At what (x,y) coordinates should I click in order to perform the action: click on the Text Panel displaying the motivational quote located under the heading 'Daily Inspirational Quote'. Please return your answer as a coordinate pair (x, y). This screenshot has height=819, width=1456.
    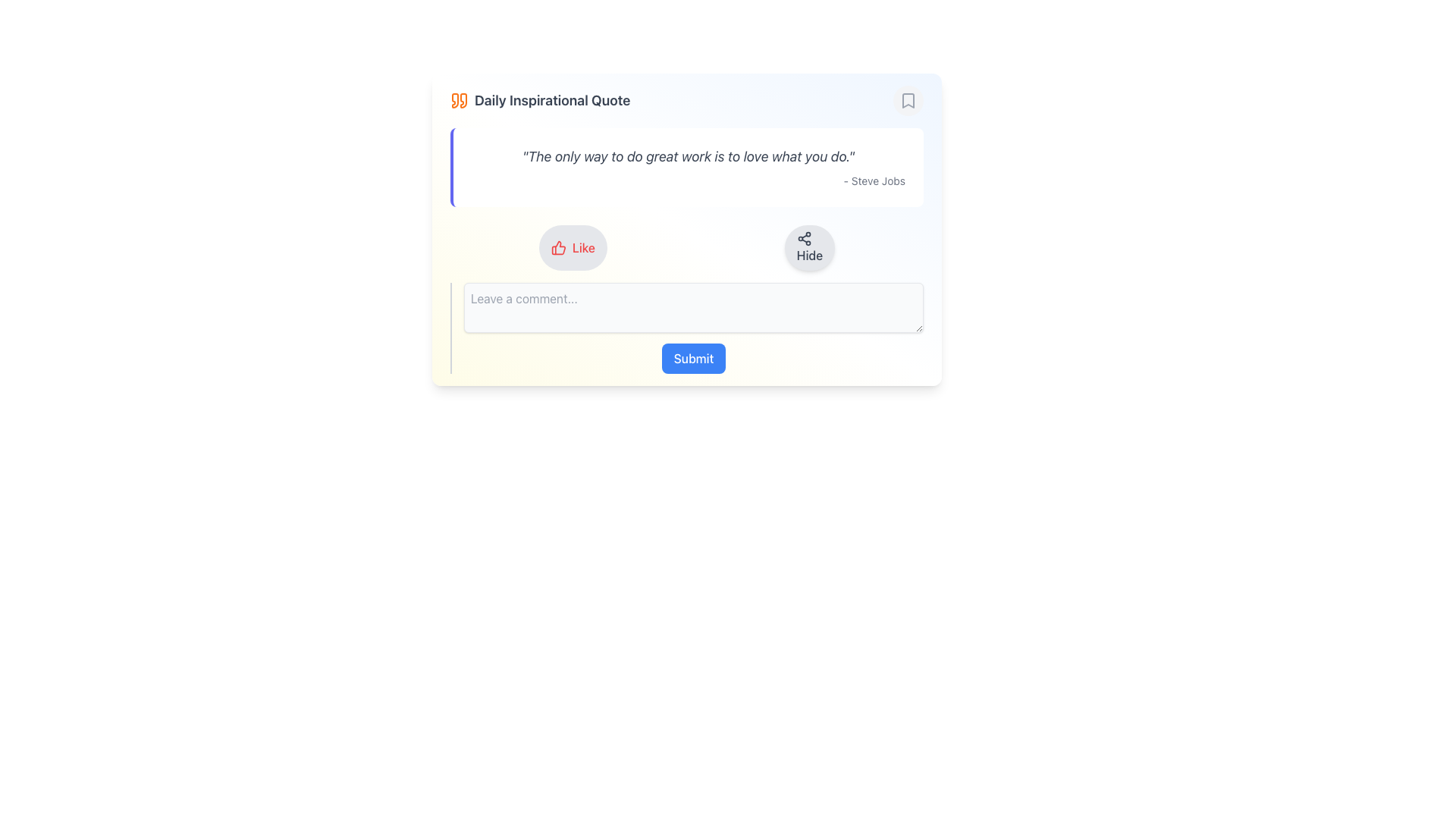
    Looking at the image, I should click on (686, 167).